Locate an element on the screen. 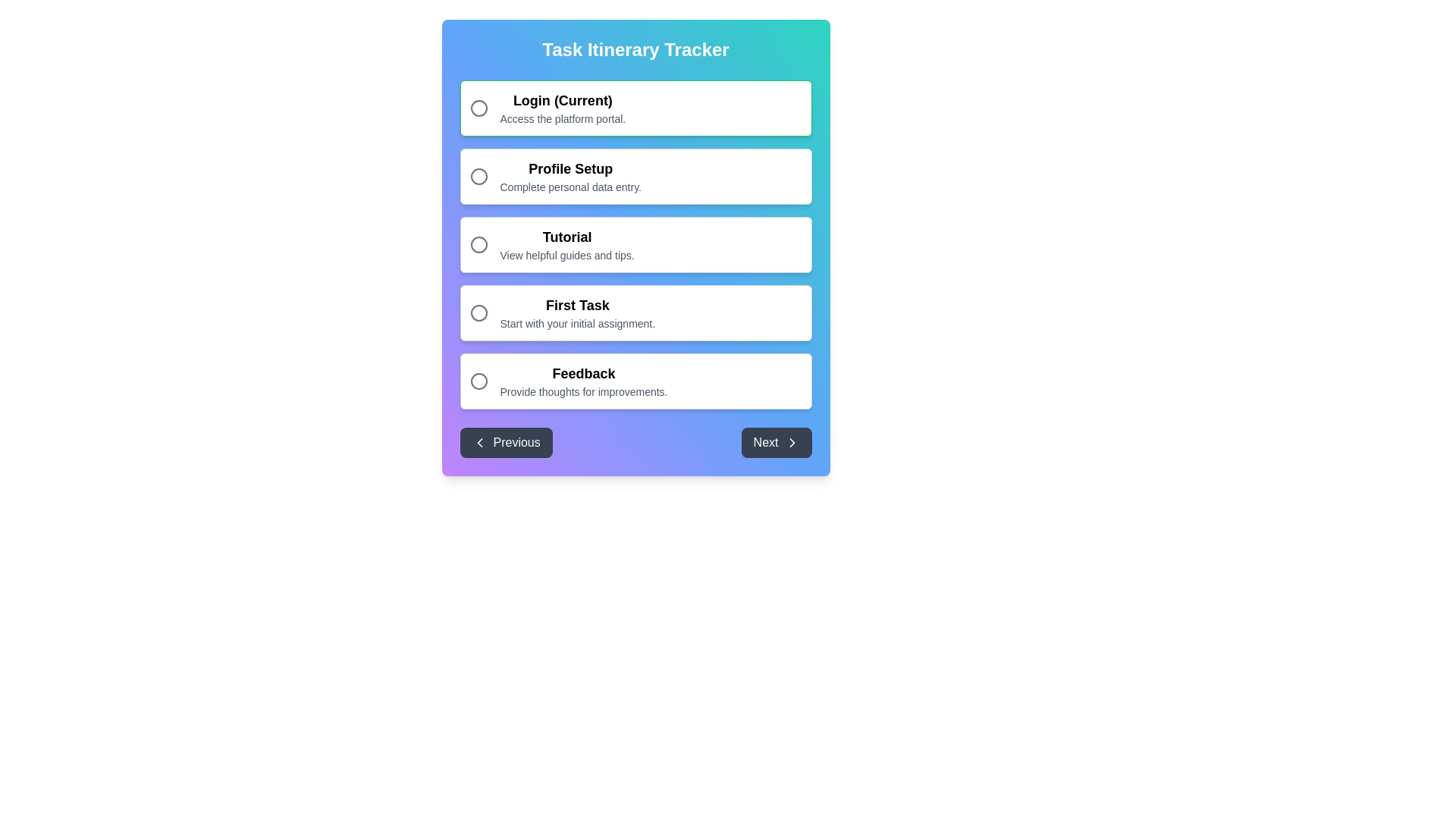 The image size is (1456, 819). the 'Previous' button containing the left-pointing chevron icon is located at coordinates (479, 442).